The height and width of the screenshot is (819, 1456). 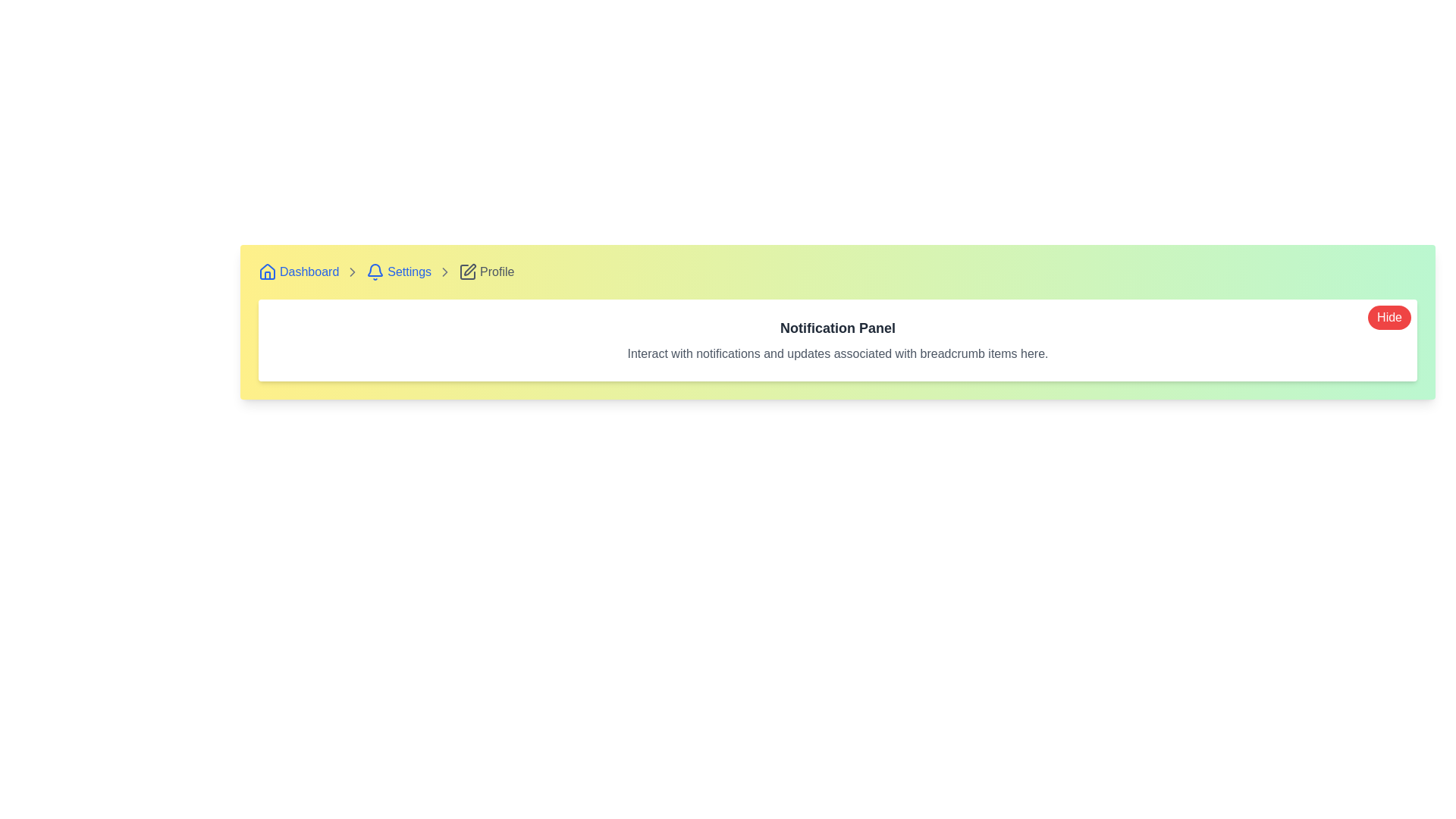 What do you see at coordinates (375, 271) in the screenshot?
I see `the blue bell icon located to the left of the 'Settings' text in the navigation breadcrumb` at bounding box center [375, 271].